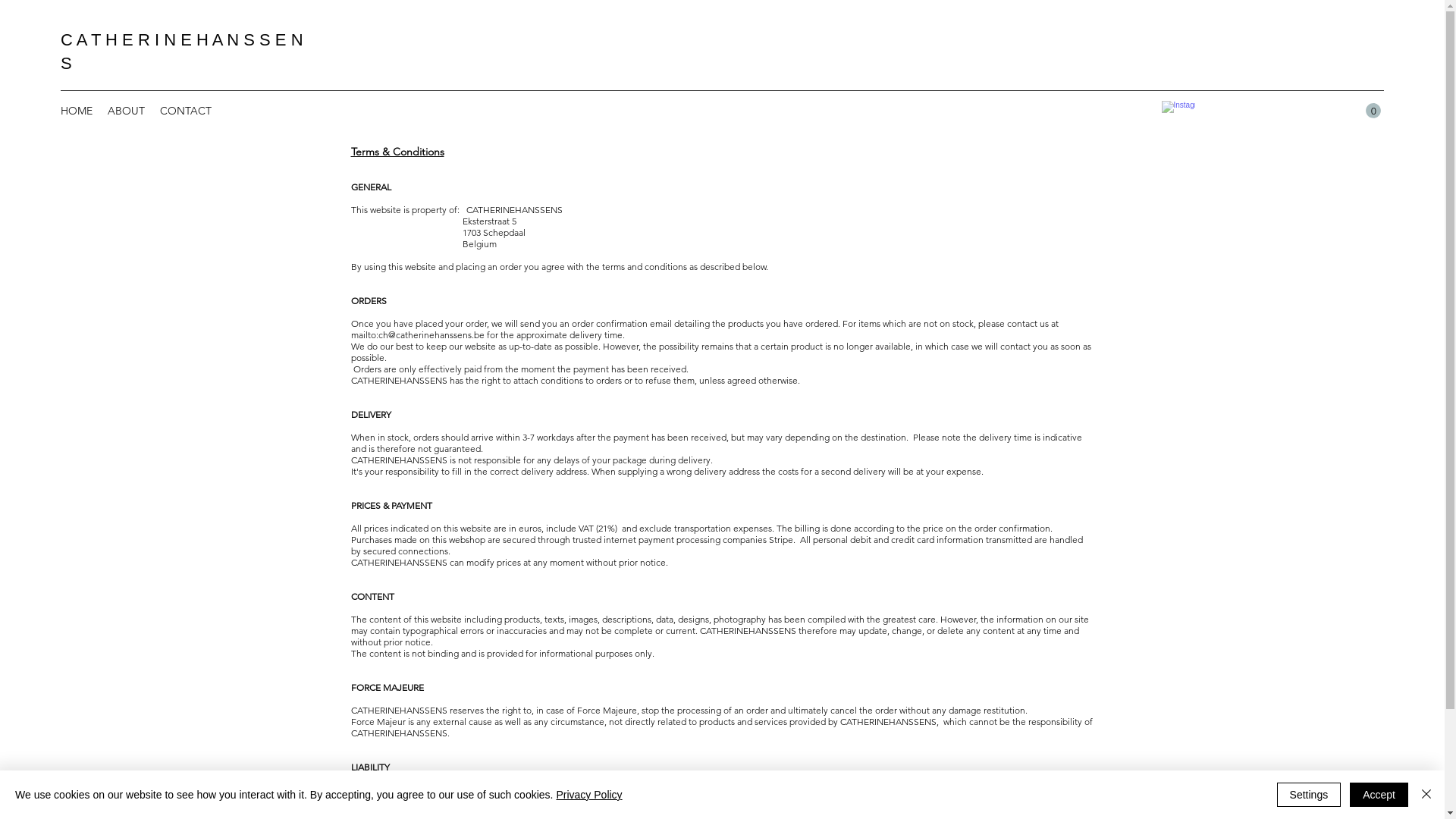  What do you see at coordinates (1379, 794) in the screenshot?
I see `'Accept'` at bounding box center [1379, 794].